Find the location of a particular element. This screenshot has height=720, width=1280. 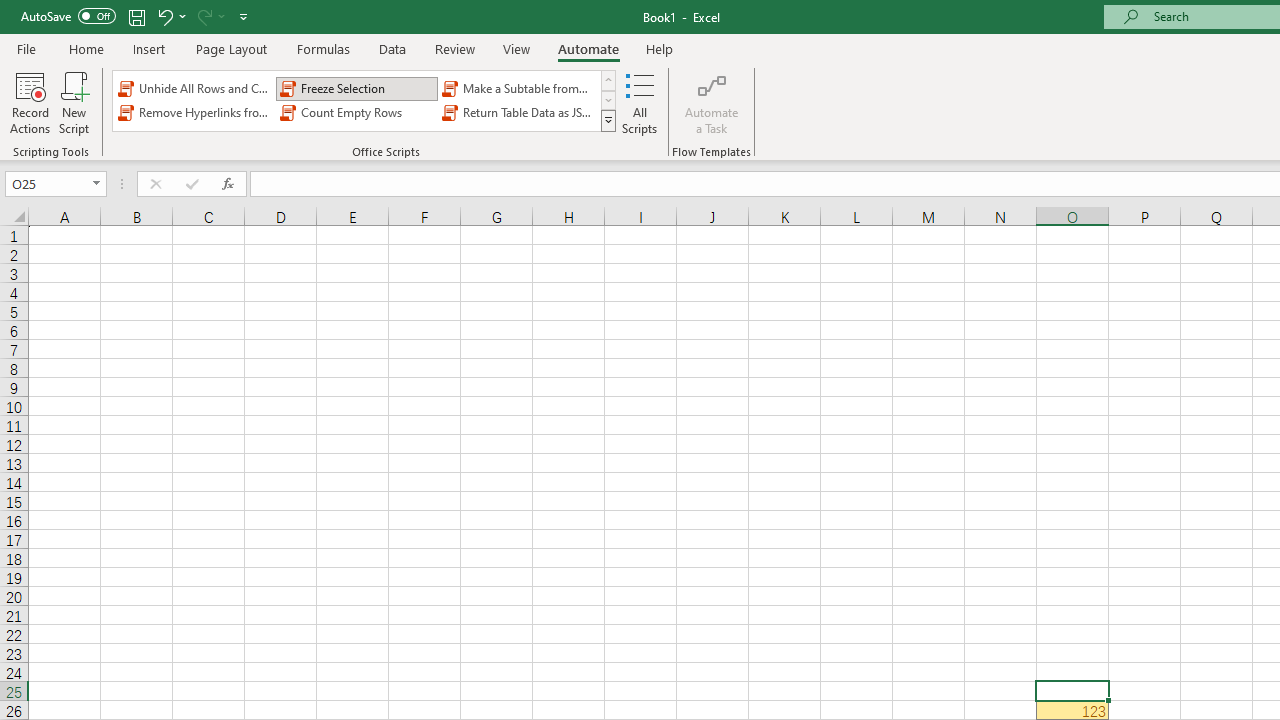

'Undo' is located at coordinates (164, 16).